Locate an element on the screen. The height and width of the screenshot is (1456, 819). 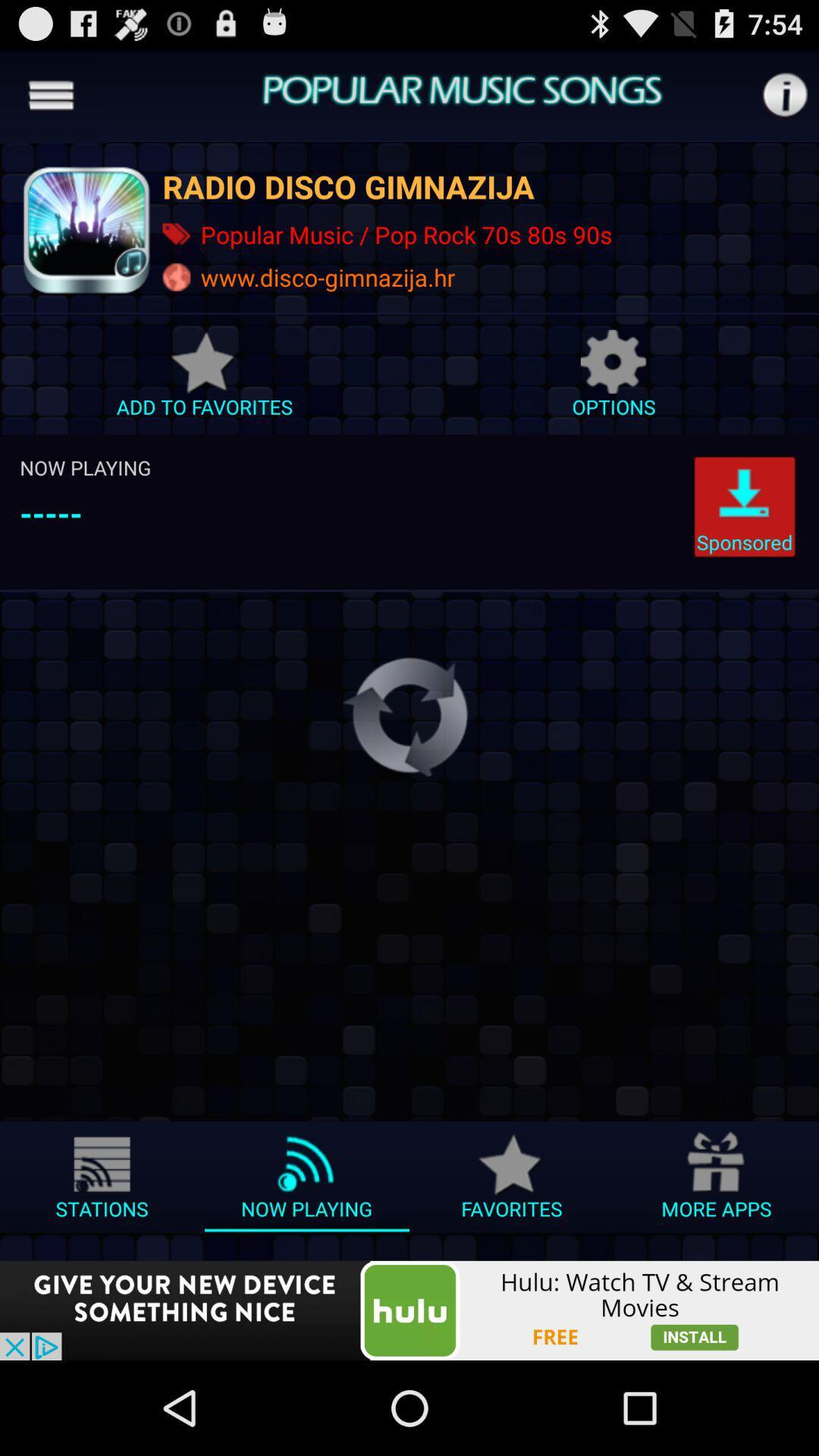
the button which is left side of the more apps is located at coordinates (512, 1181).